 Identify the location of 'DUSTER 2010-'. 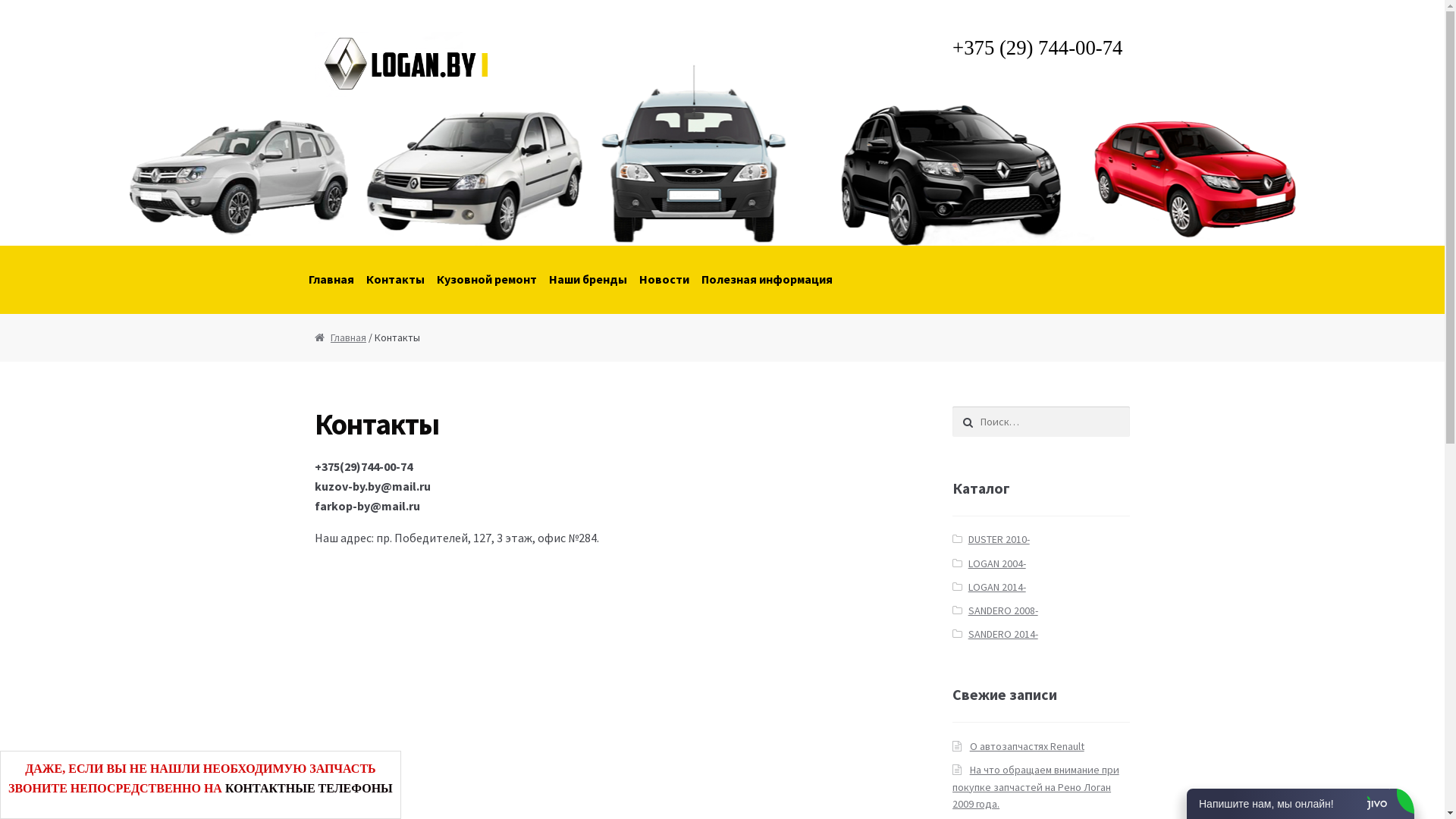
(999, 538).